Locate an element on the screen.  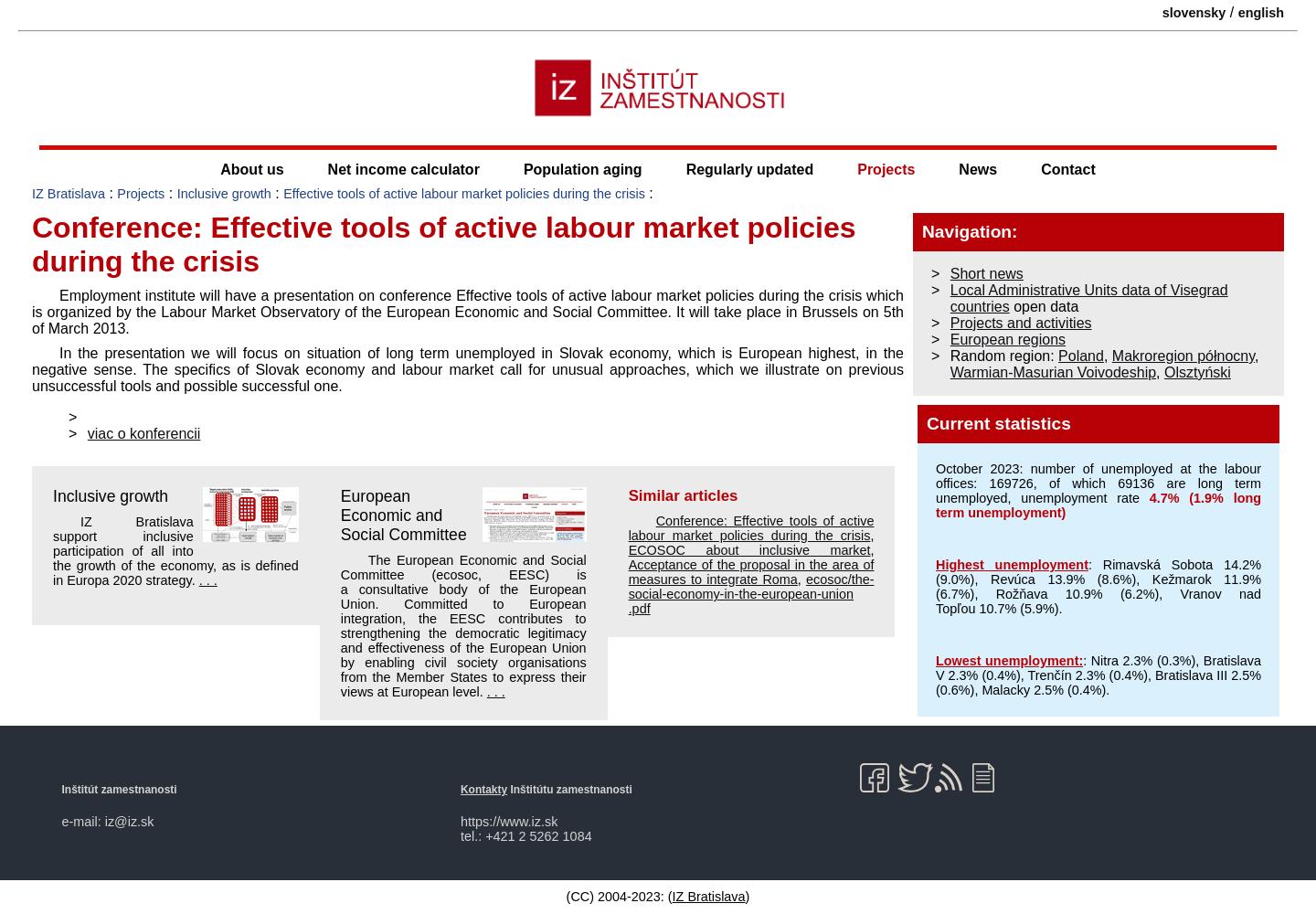
'english' is located at coordinates (1259, 13).